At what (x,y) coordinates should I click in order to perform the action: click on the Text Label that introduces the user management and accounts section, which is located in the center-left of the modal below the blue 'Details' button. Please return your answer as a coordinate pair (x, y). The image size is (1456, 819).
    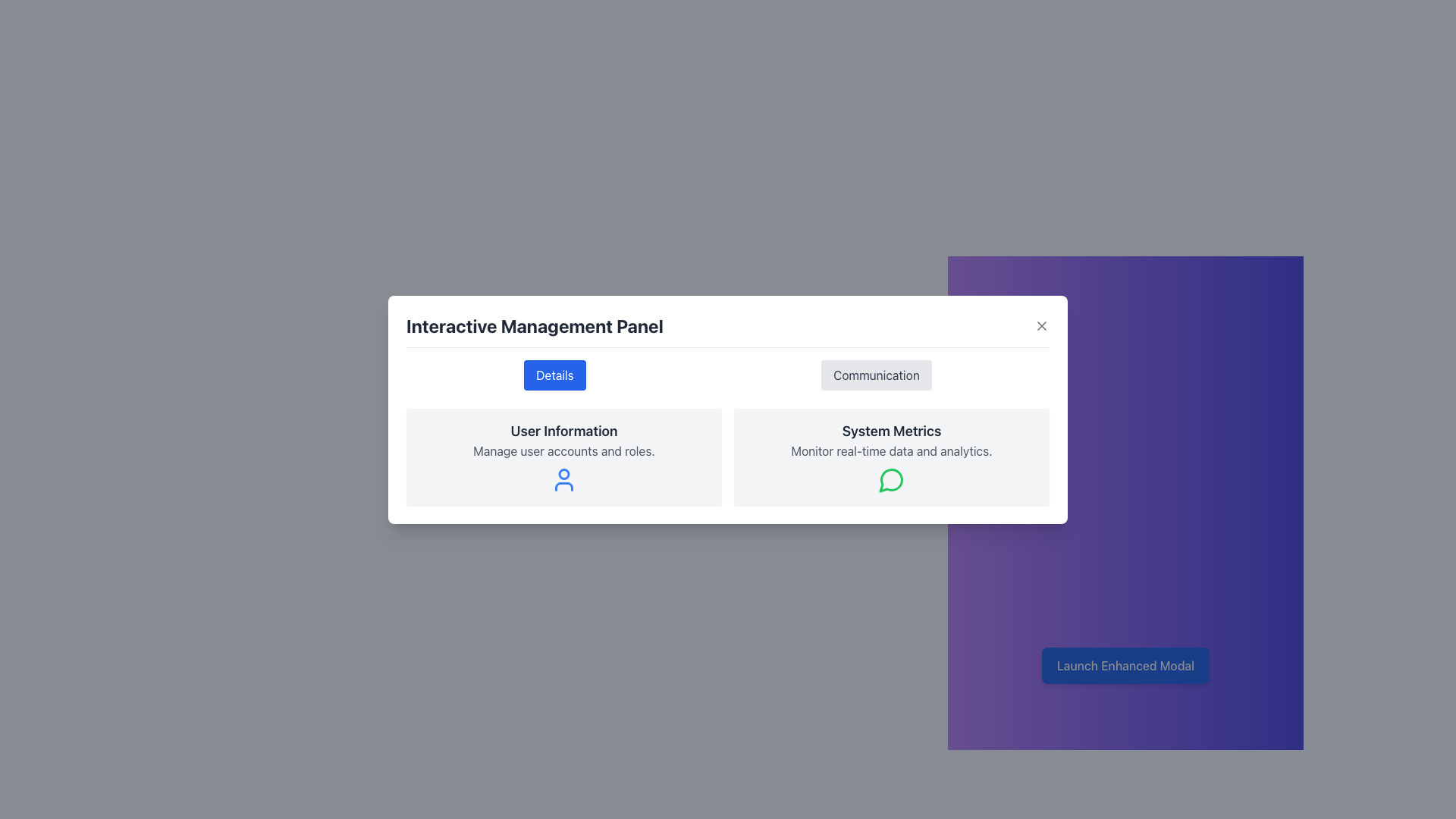
    Looking at the image, I should click on (563, 431).